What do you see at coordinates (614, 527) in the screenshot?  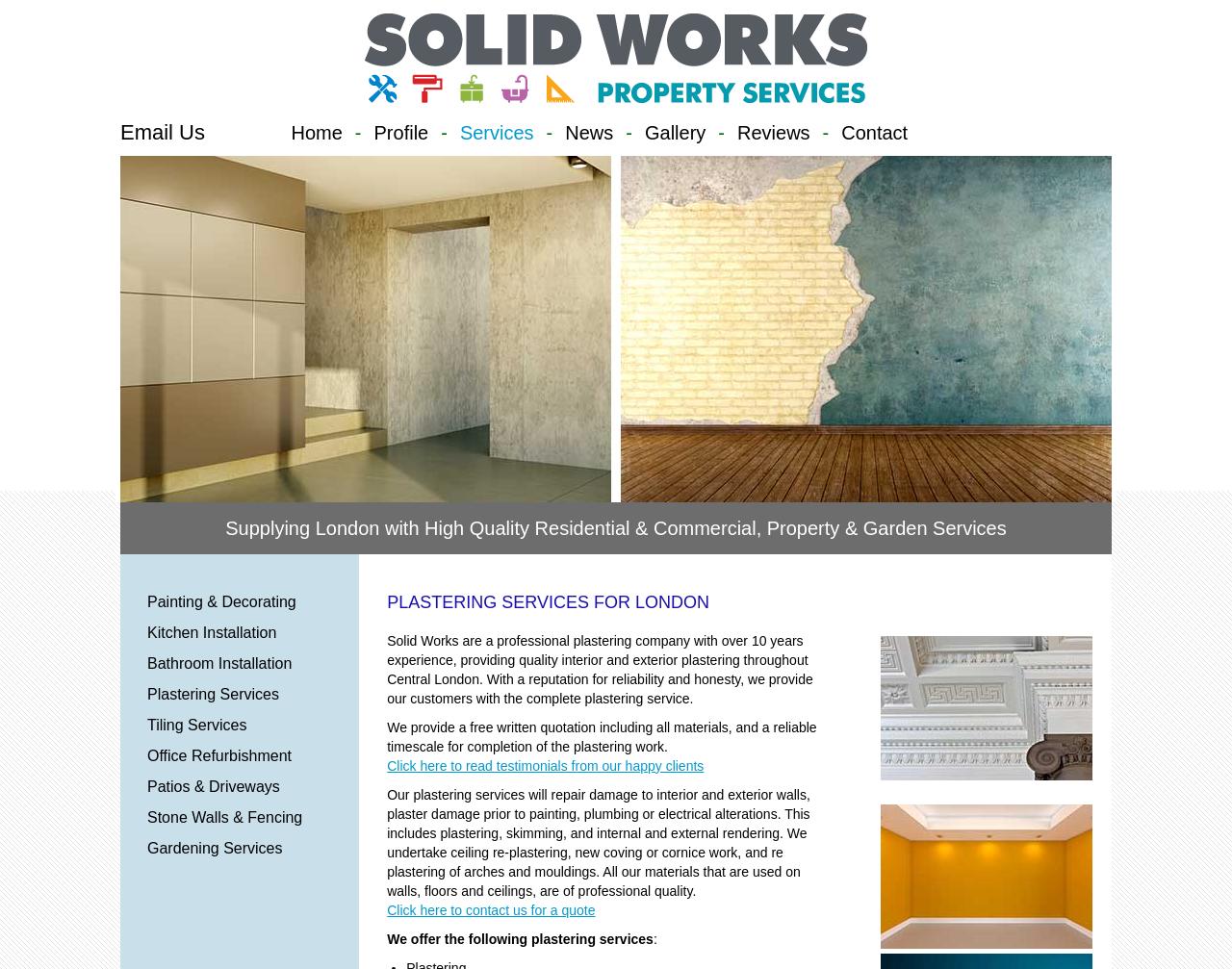 I see `'Supplying London with High Quality Residential & Commercial, Property & Garden Services'` at bounding box center [614, 527].